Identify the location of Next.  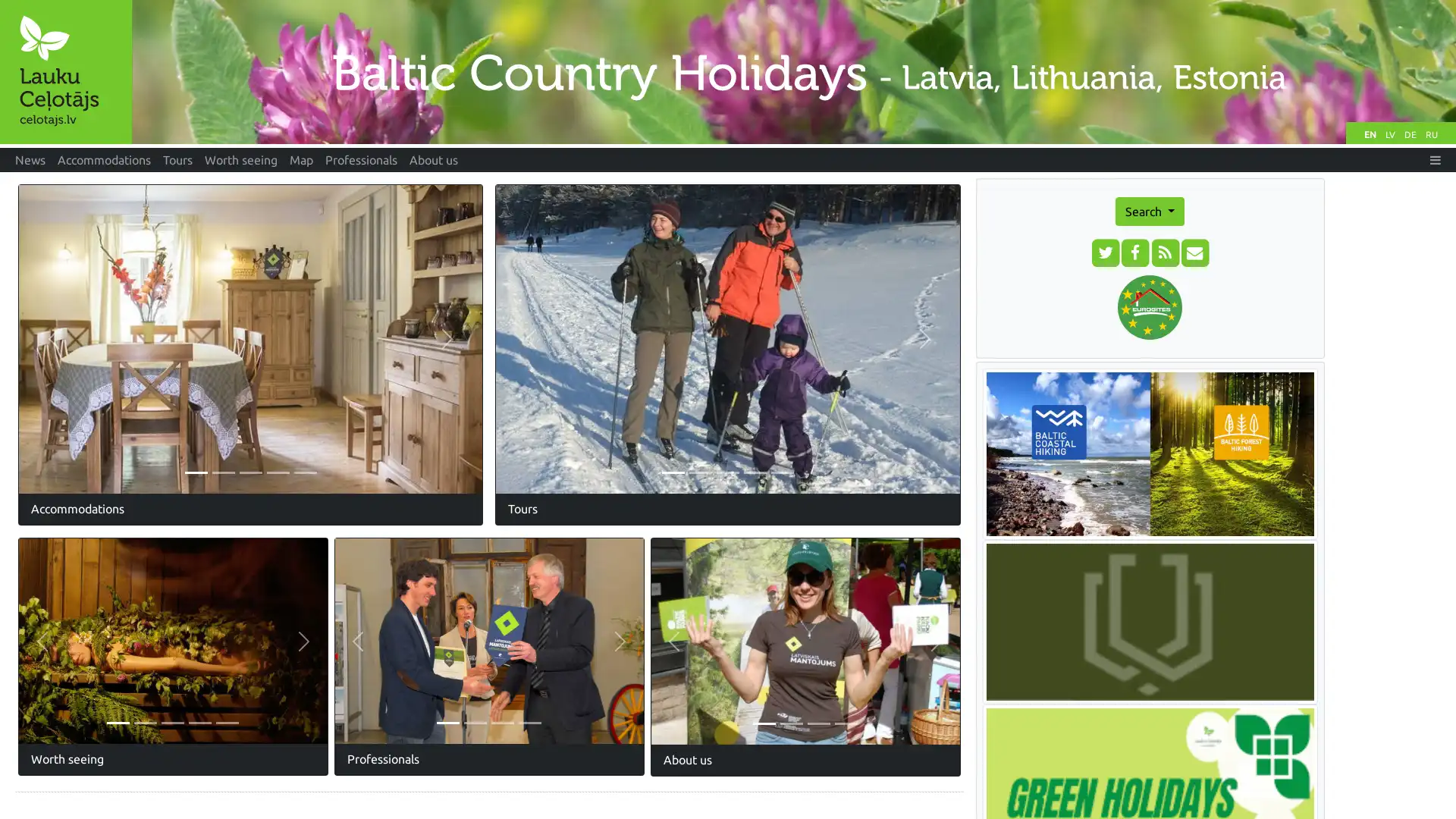
(924, 338).